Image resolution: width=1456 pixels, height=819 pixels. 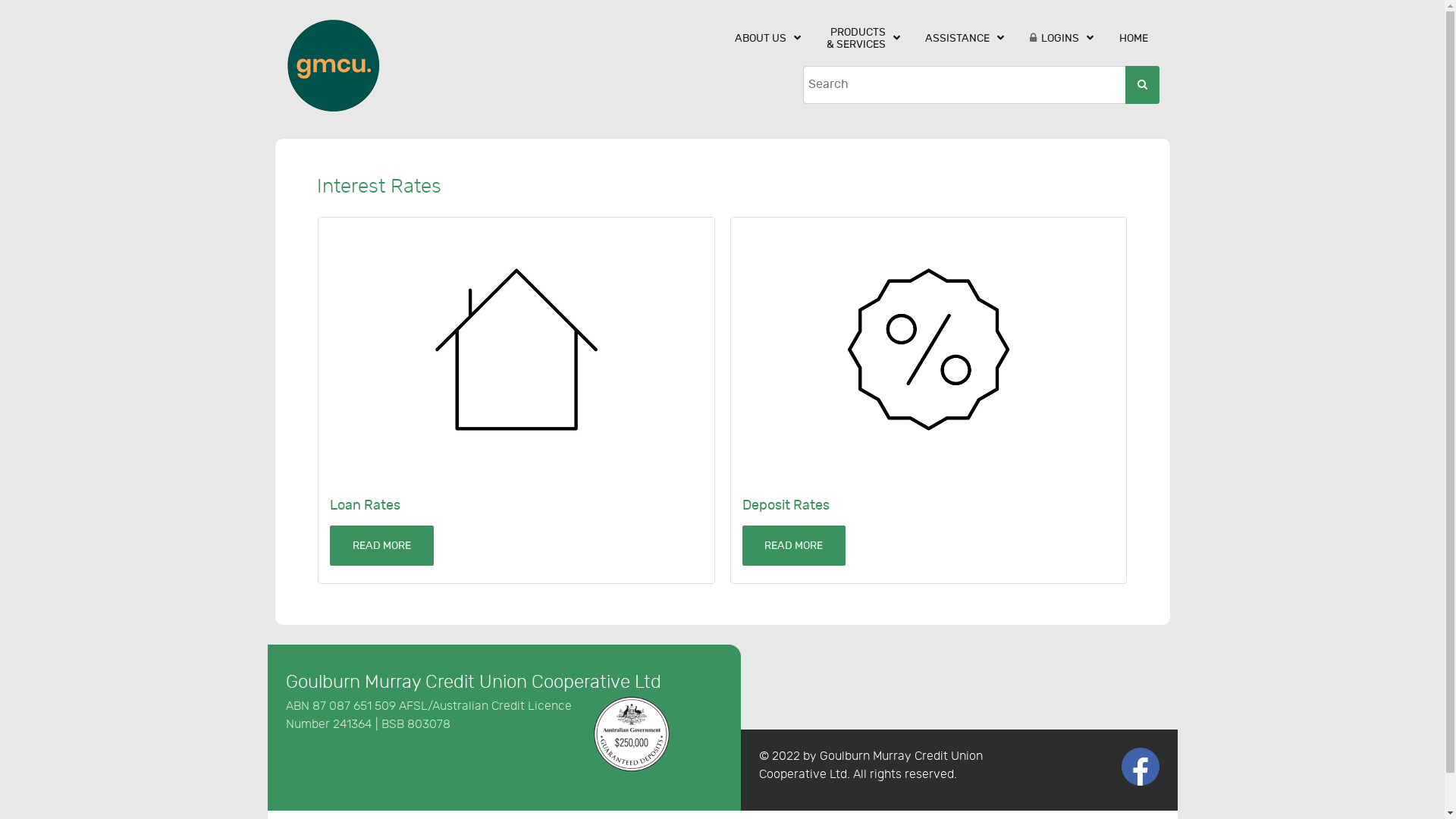 I want to click on 'HOME', so click(x=1133, y=37).